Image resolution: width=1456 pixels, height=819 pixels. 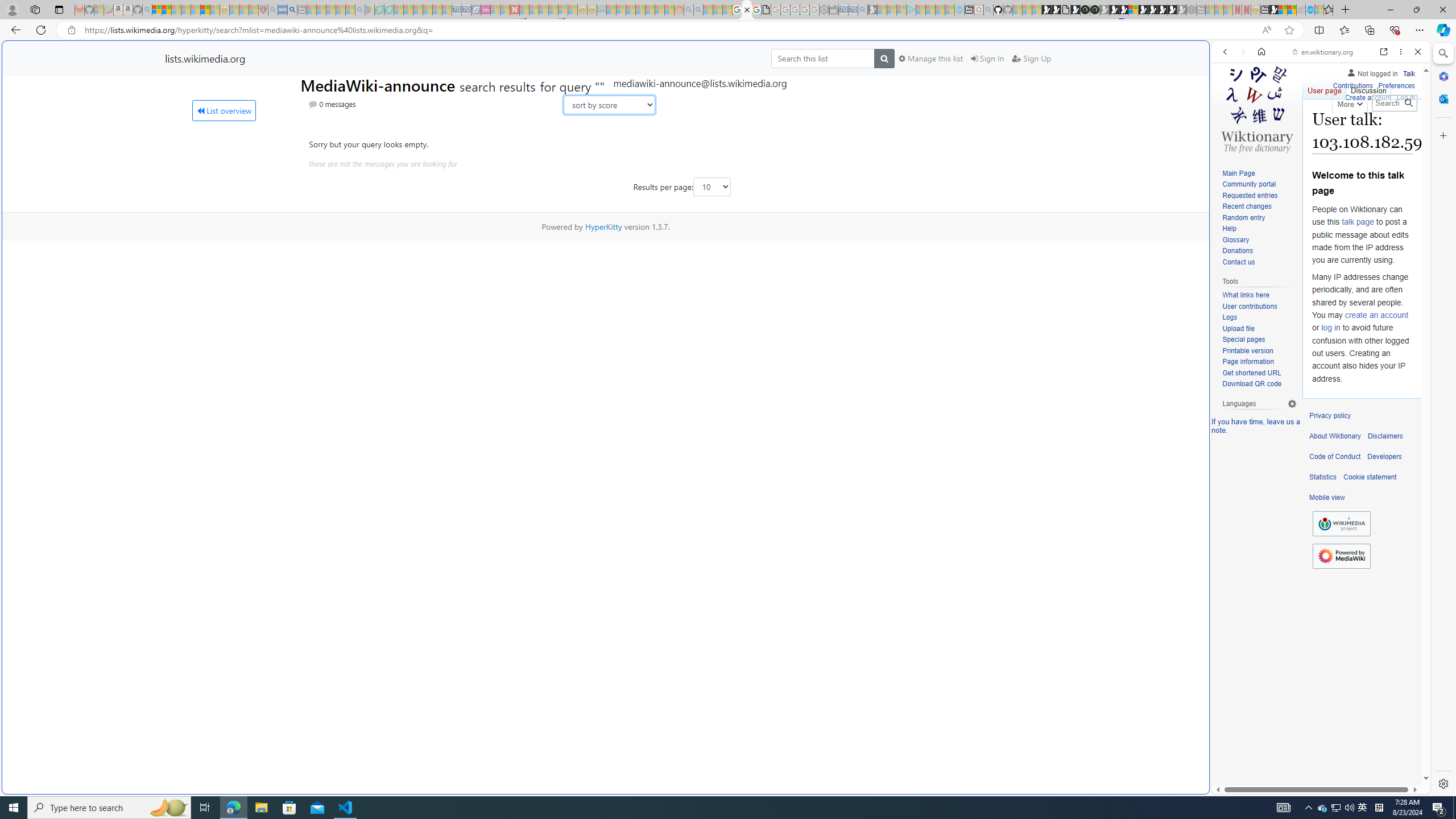 I want to click on 'Disclaimers', so click(x=1384, y=436).